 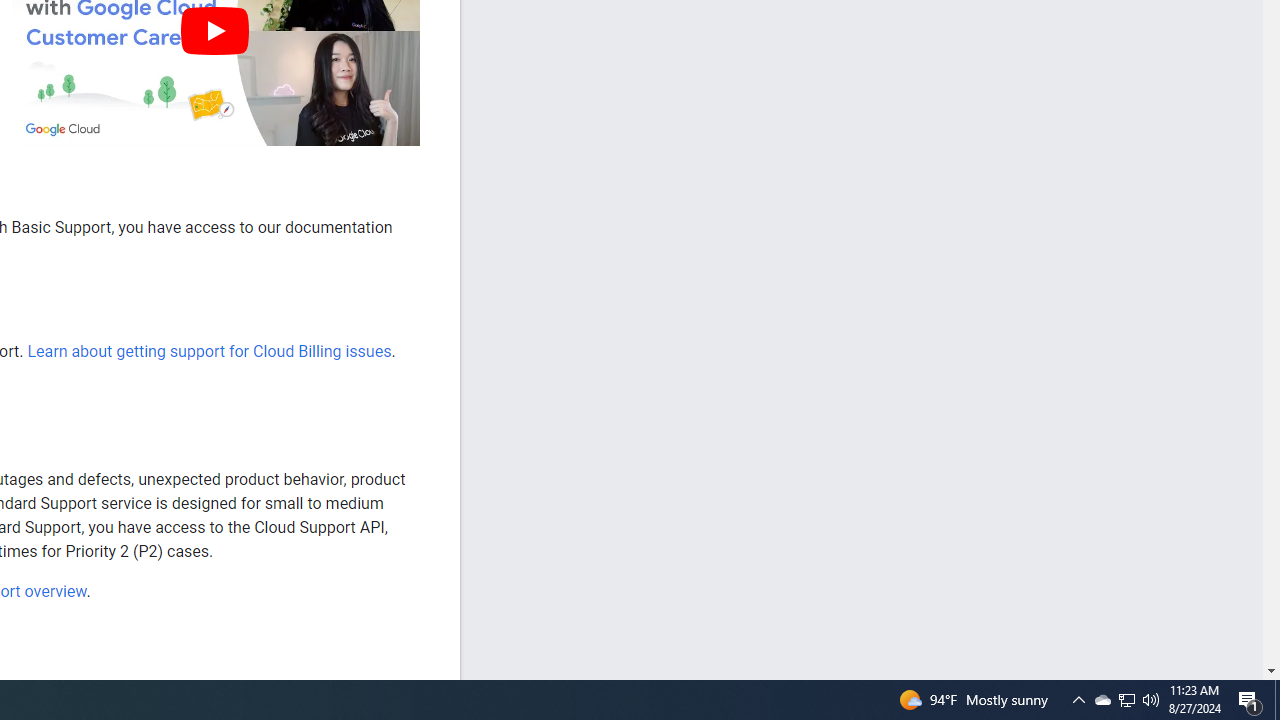 What do you see at coordinates (209, 350) in the screenshot?
I see `'Learn about getting support for Cloud Billing issues'` at bounding box center [209, 350].